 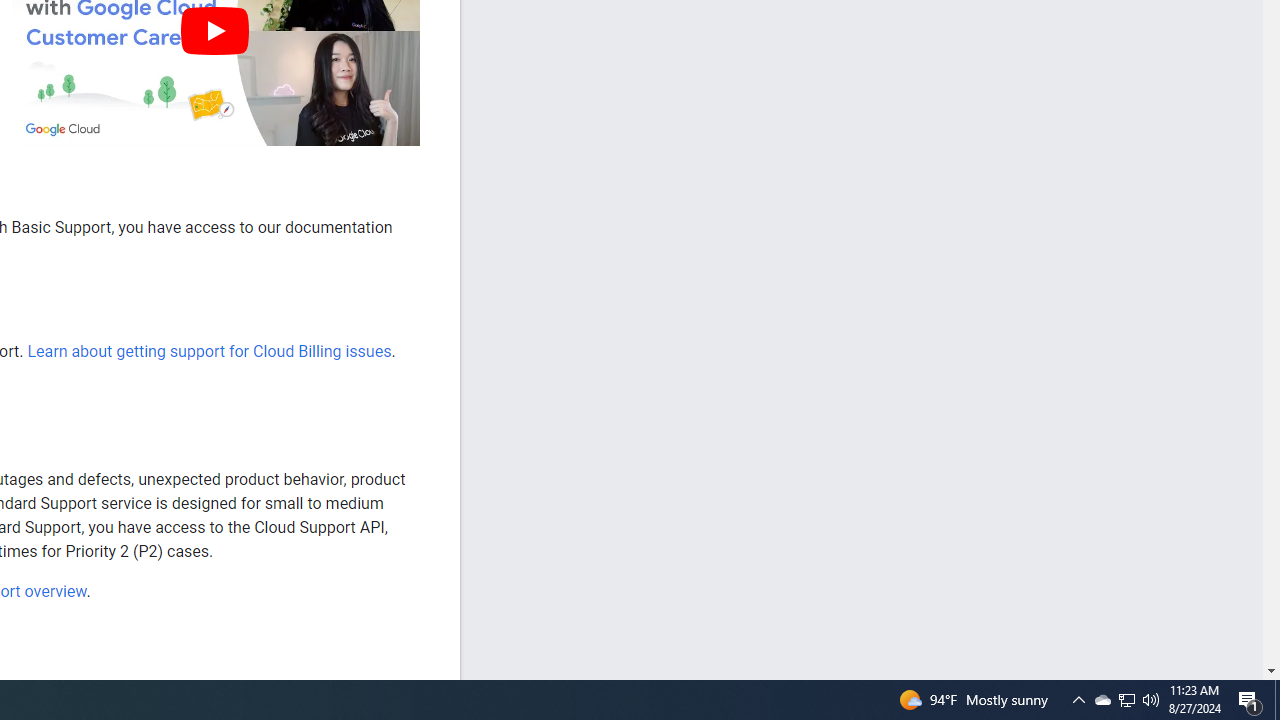 What do you see at coordinates (209, 350) in the screenshot?
I see `'Learn about getting support for Cloud Billing issues'` at bounding box center [209, 350].